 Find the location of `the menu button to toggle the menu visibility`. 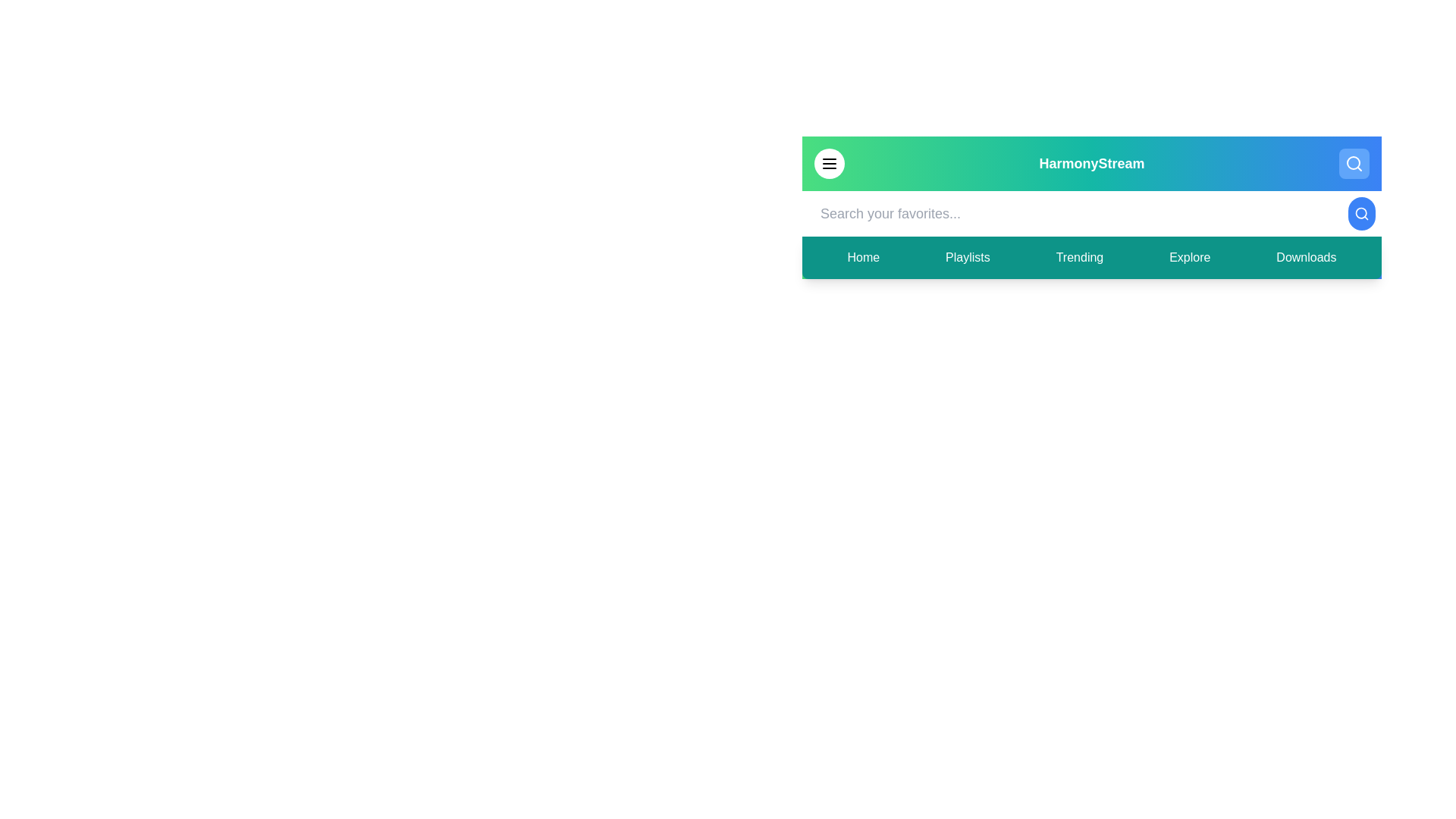

the menu button to toggle the menu visibility is located at coordinates (829, 164).